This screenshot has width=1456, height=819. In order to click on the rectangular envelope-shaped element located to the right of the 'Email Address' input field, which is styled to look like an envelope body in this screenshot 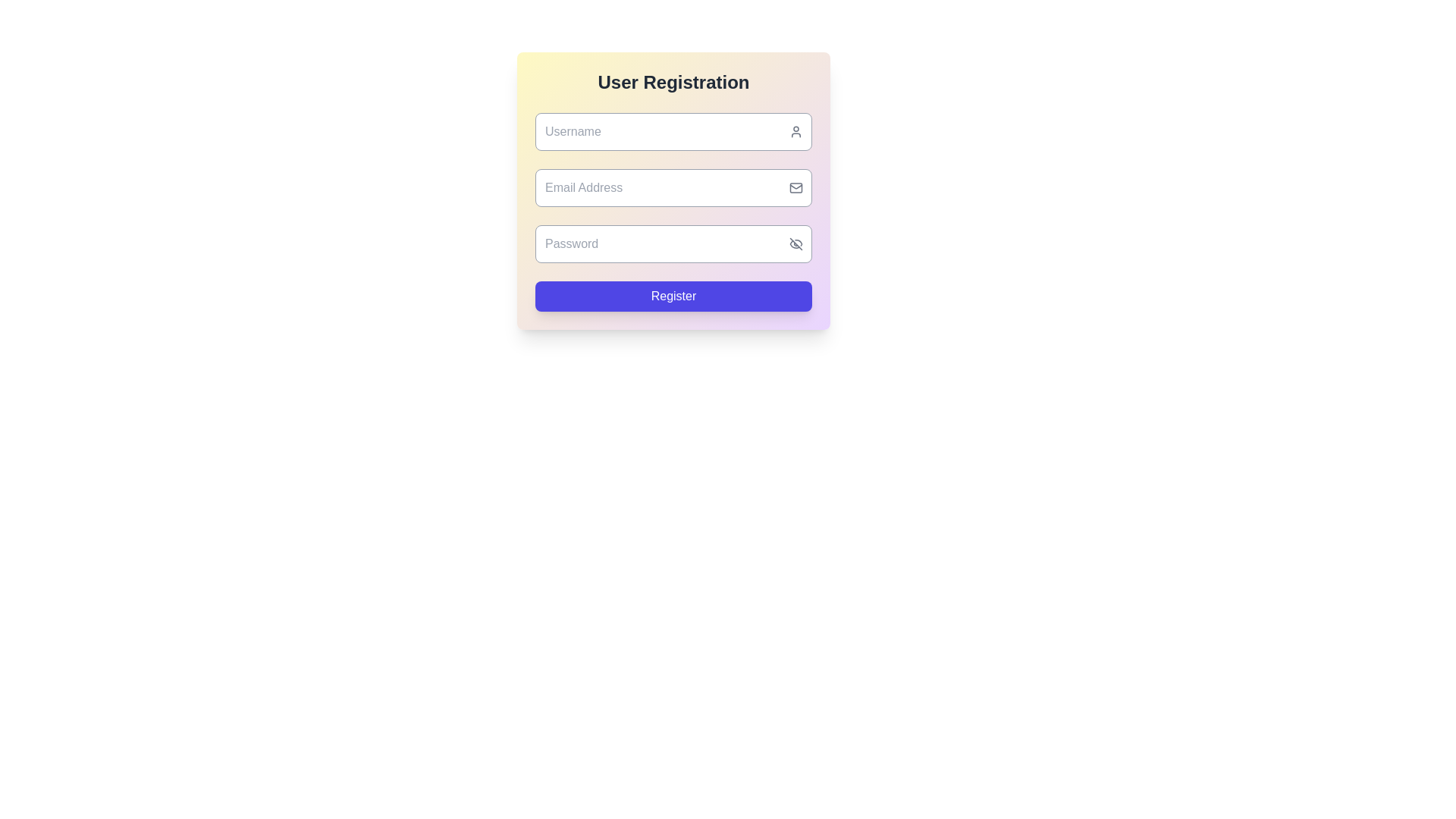, I will do `click(795, 187)`.